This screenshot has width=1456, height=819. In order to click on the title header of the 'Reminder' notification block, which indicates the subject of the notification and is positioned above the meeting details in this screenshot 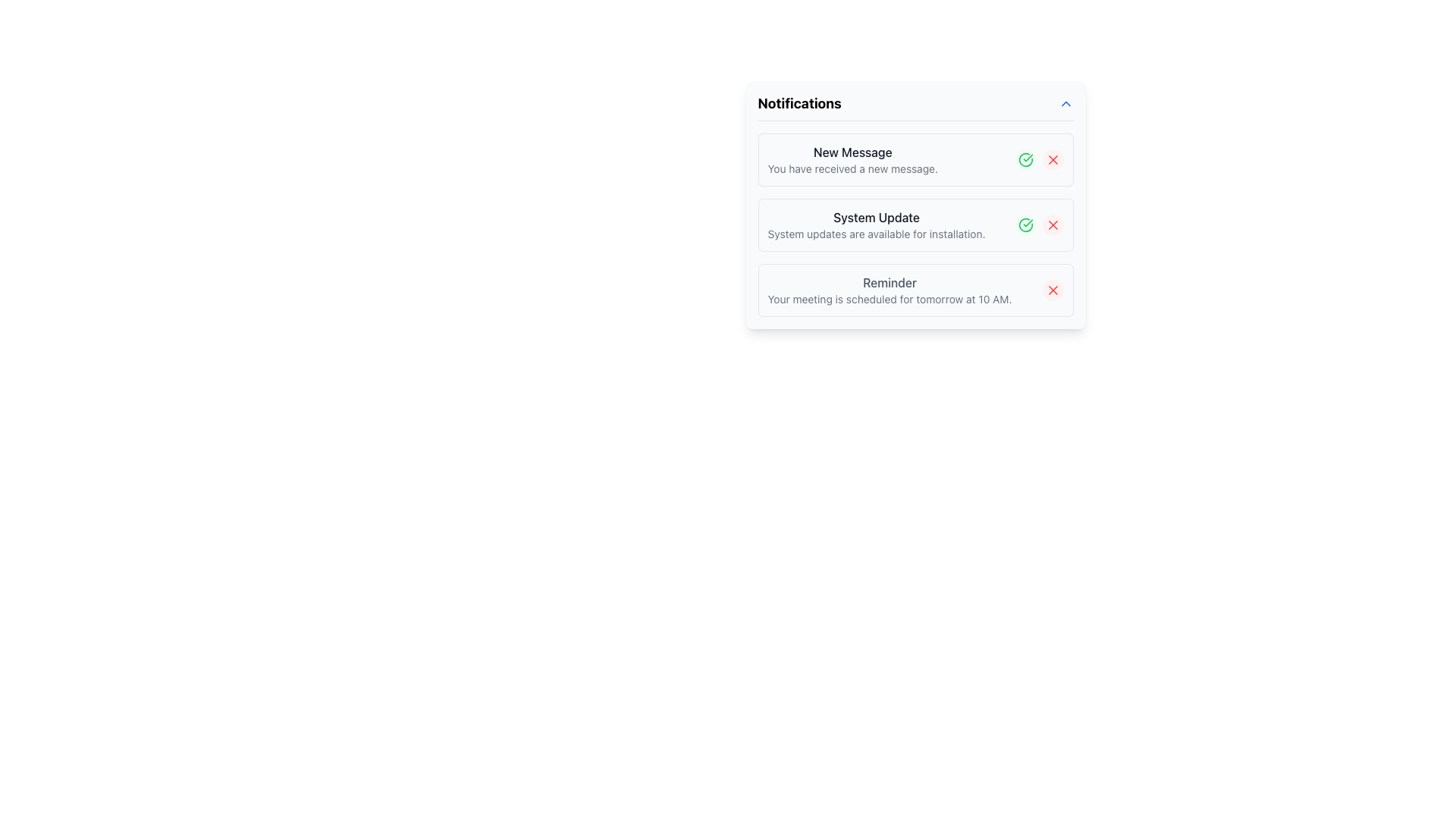, I will do `click(890, 283)`.